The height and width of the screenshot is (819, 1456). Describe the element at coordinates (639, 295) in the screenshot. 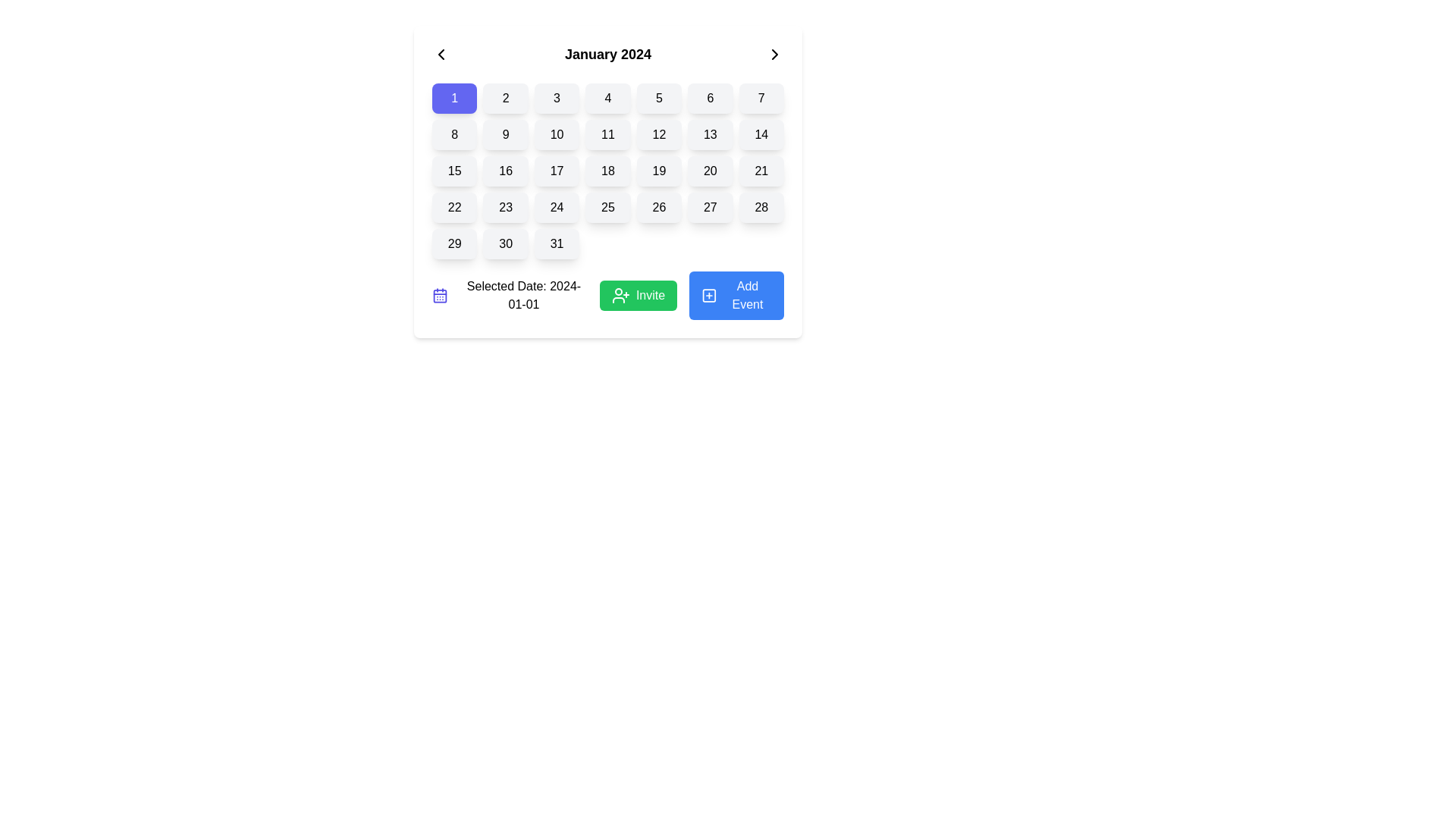

I see `the interactive button for sending invitations located beneath the calendar grid, which is the second button in a horizontal group of three, to initiate the invite function` at that location.